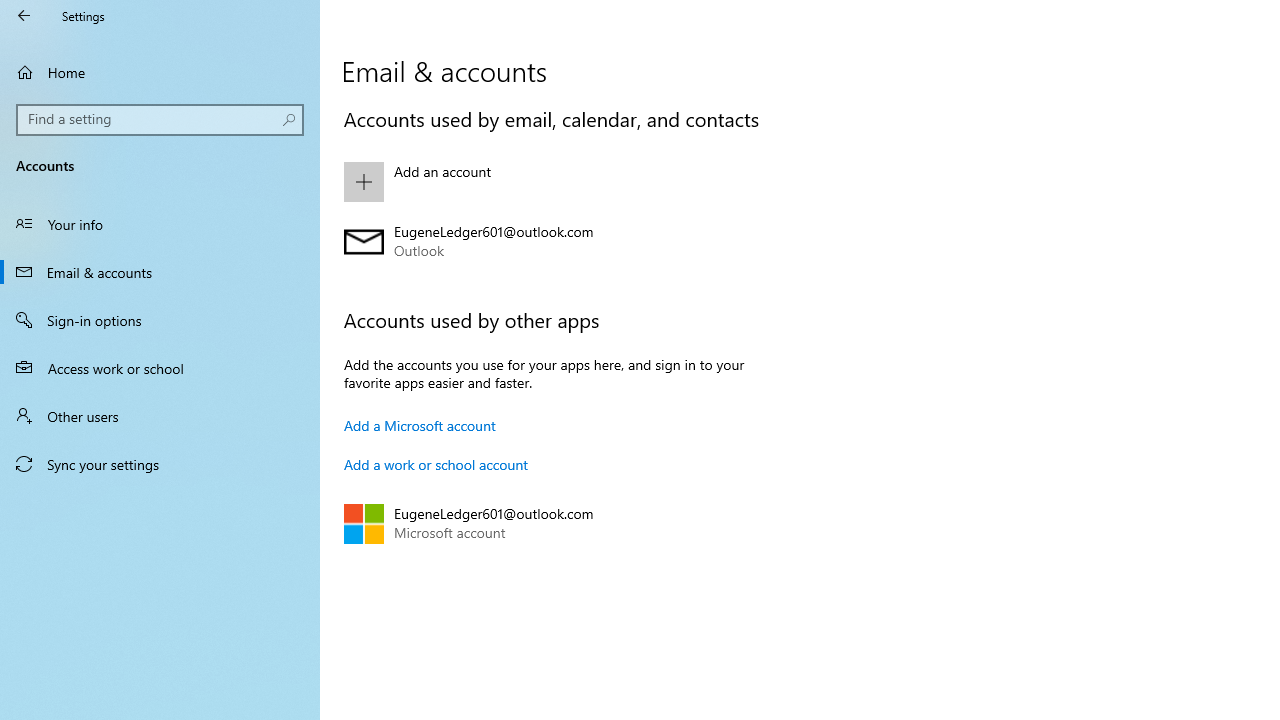 Image resolution: width=1280 pixels, height=720 pixels. I want to click on 'Add a work or school account', so click(435, 464).